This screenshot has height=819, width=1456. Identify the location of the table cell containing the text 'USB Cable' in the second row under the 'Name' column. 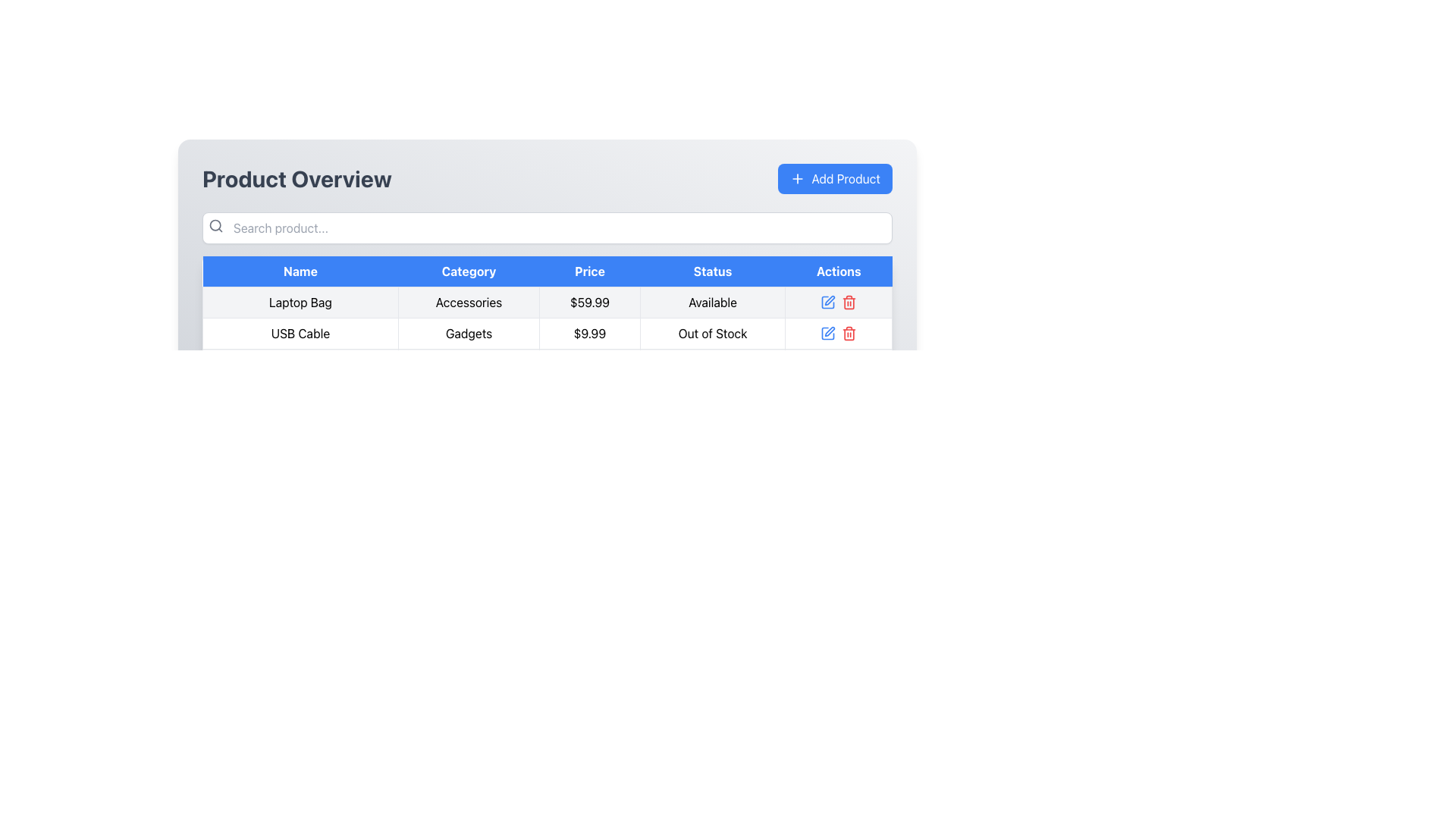
(300, 332).